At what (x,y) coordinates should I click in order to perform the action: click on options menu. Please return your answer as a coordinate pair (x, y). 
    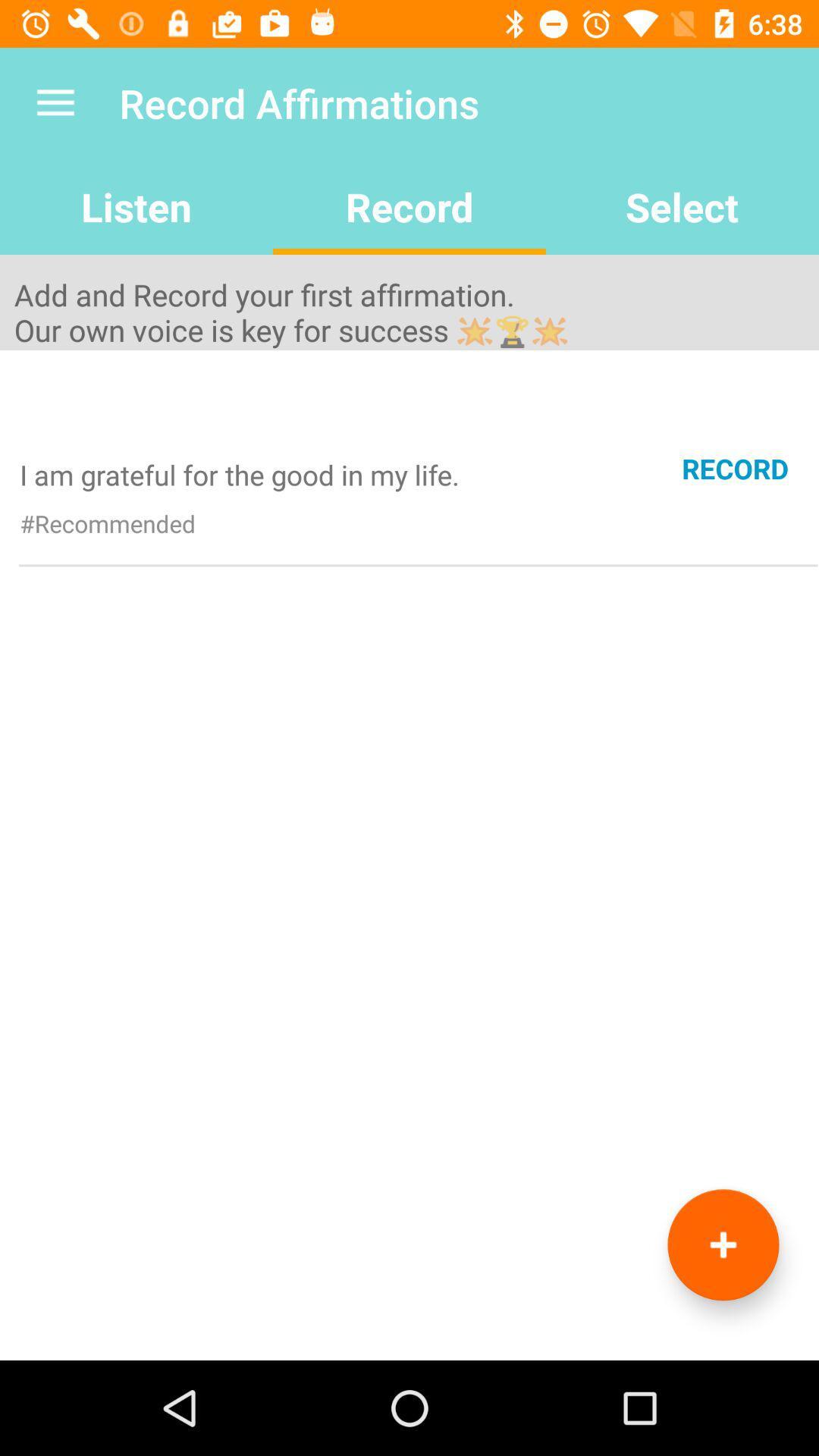
    Looking at the image, I should click on (722, 1244).